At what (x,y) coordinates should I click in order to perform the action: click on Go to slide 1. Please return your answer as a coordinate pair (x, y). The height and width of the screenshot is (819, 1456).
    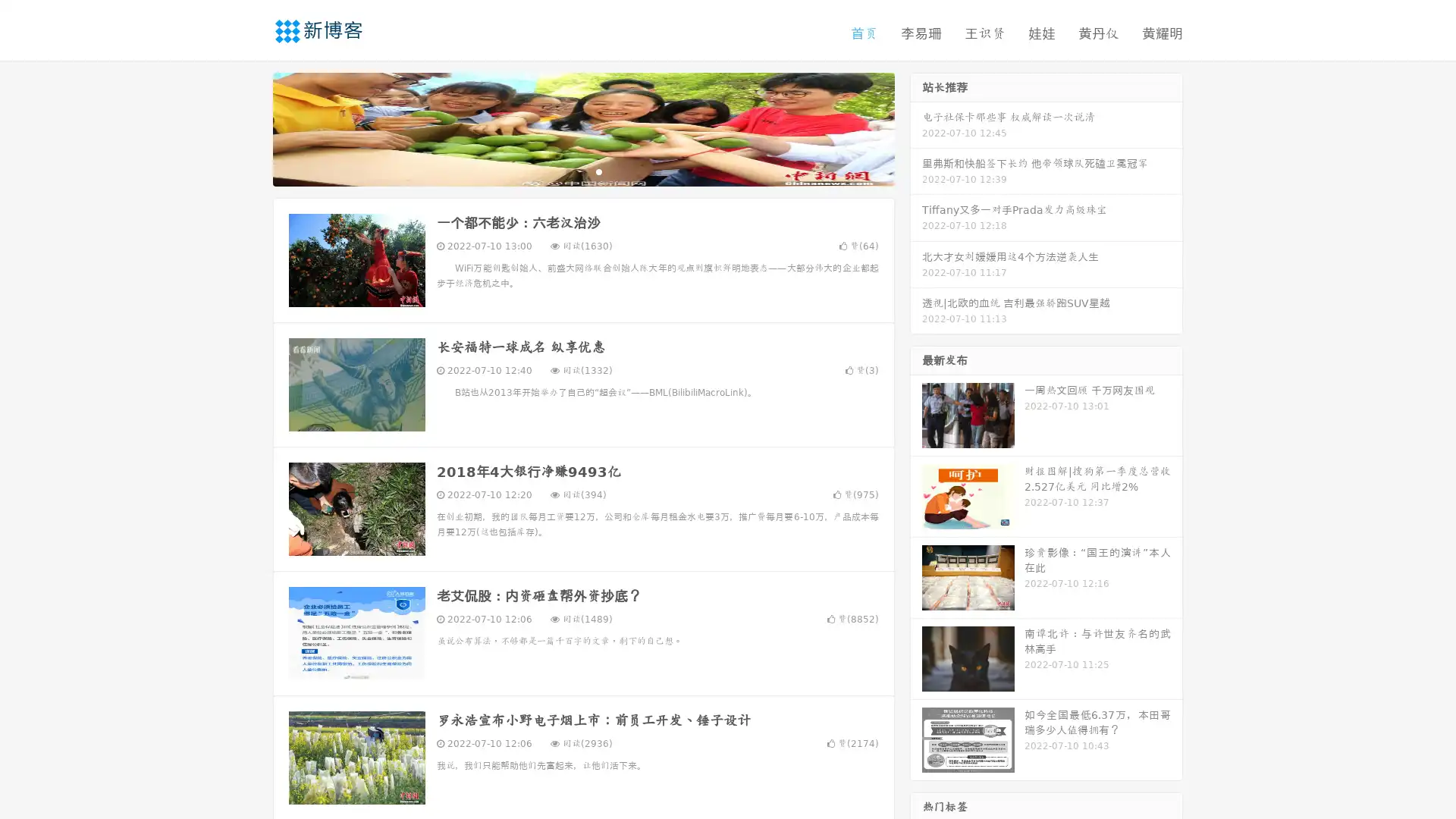
    Looking at the image, I should click on (567, 171).